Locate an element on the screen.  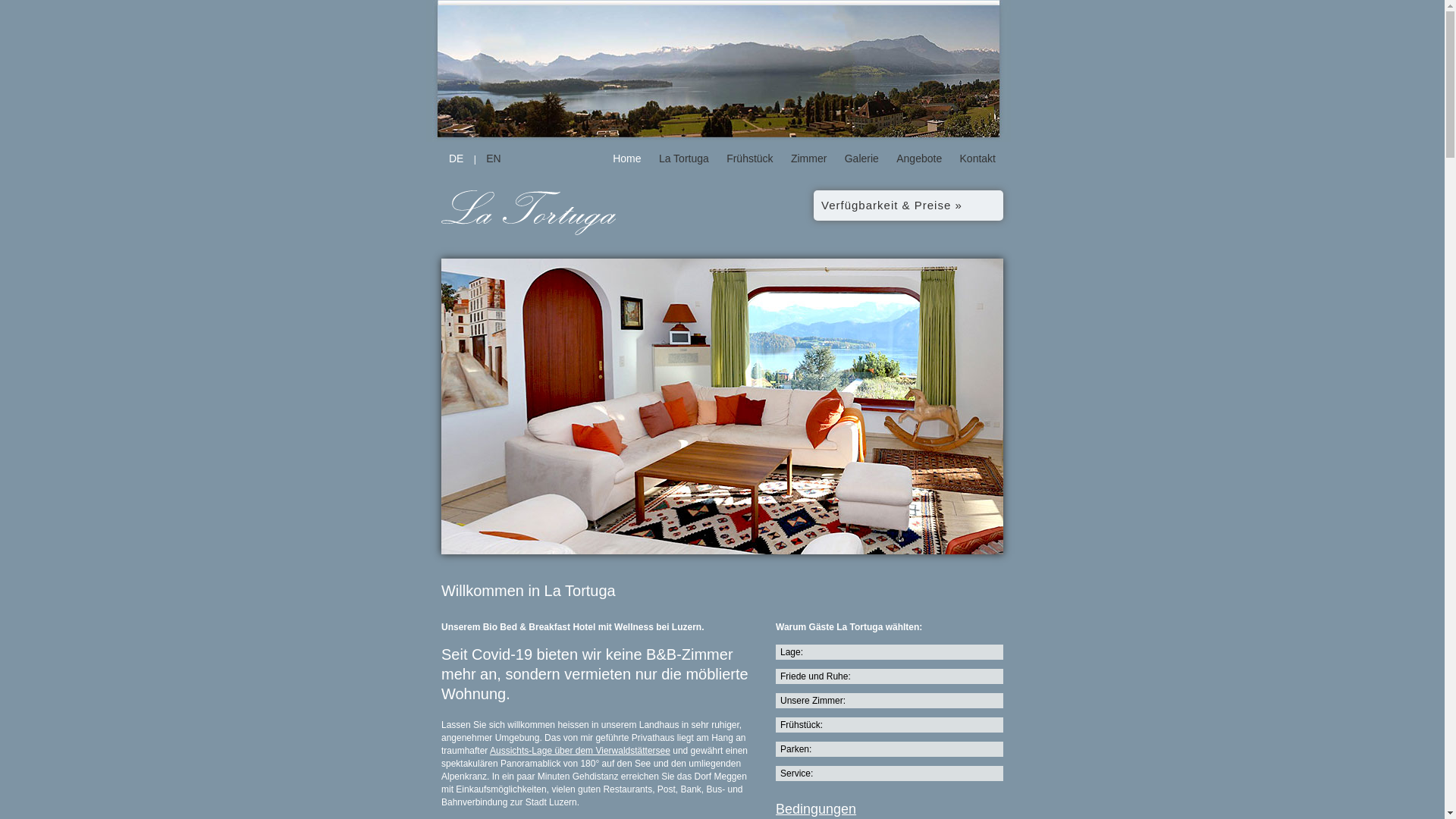
'Lage:' is located at coordinates (889, 651).